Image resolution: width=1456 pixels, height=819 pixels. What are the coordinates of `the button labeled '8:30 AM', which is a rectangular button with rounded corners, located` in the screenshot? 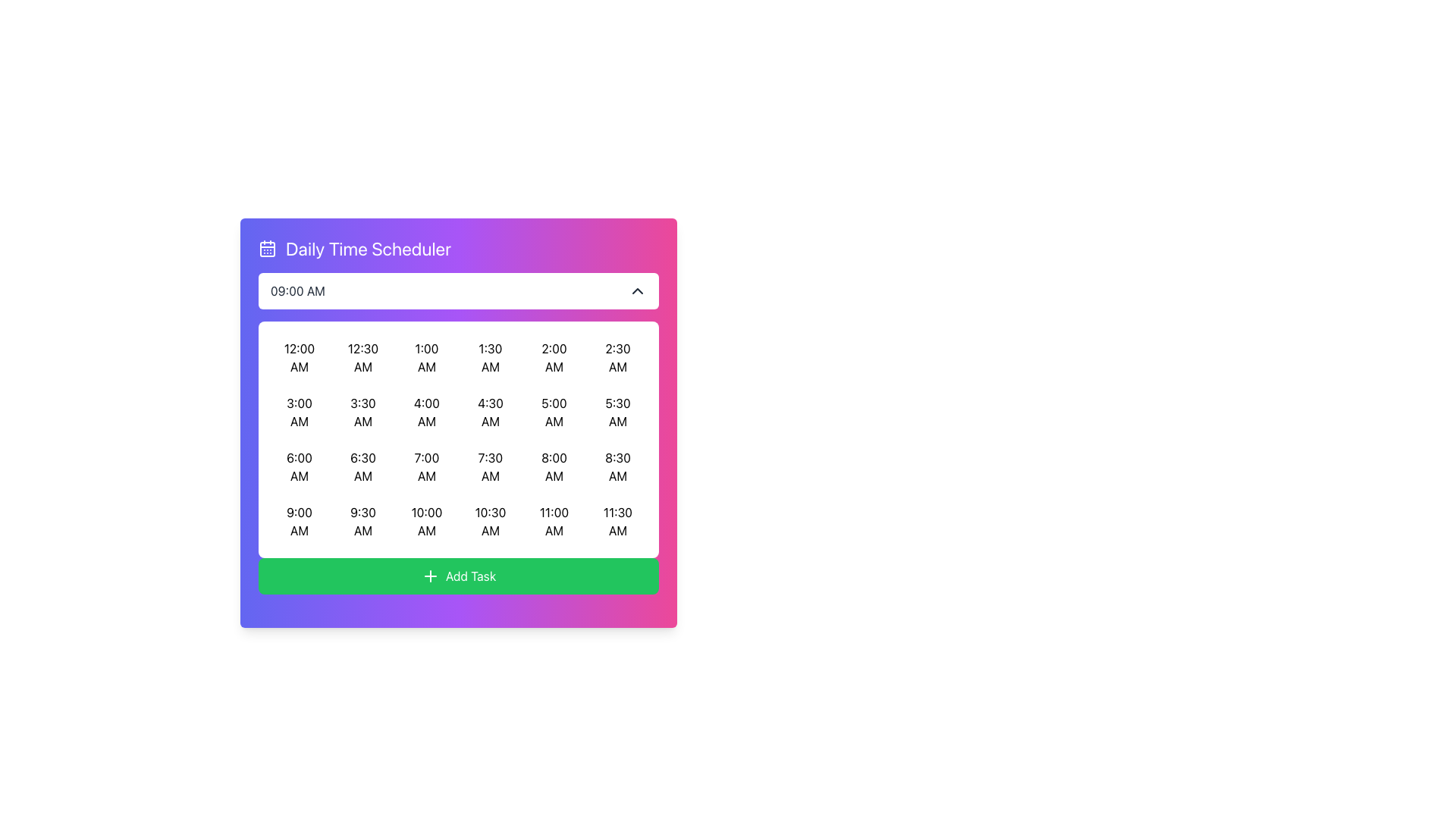 It's located at (618, 466).